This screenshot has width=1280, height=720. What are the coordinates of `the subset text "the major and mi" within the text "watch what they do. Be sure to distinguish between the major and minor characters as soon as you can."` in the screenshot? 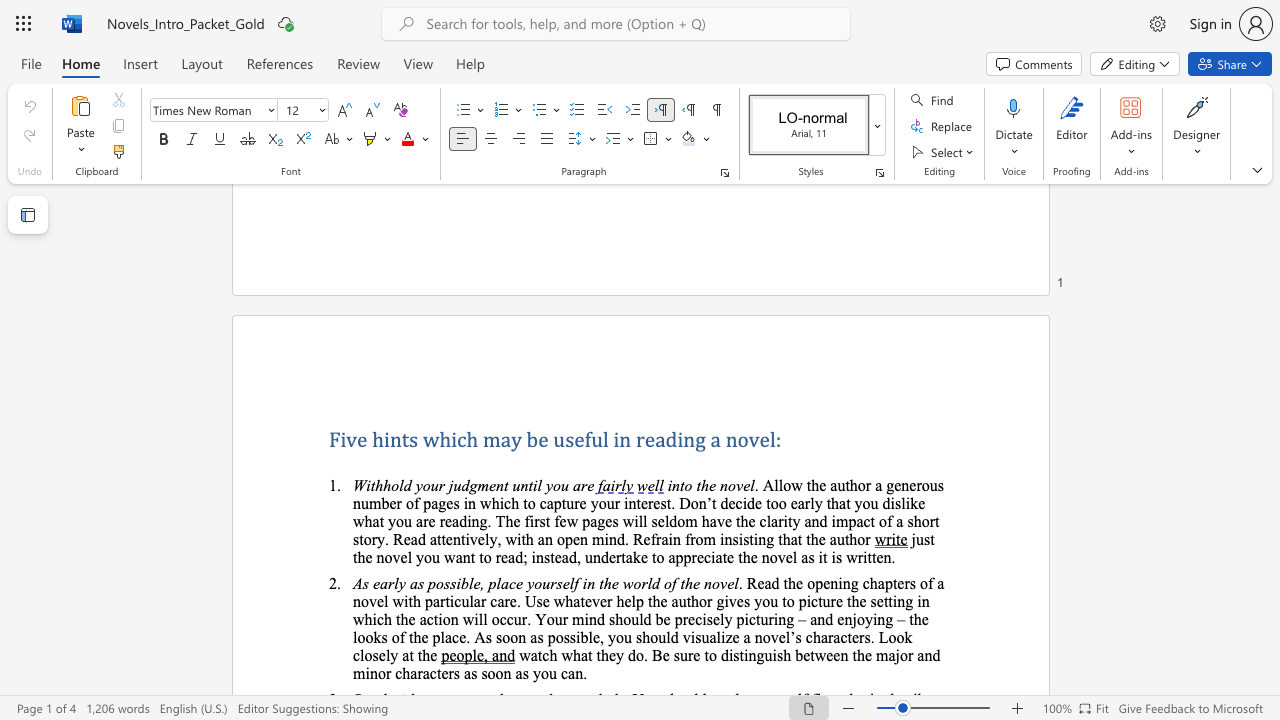 It's located at (852, 655).